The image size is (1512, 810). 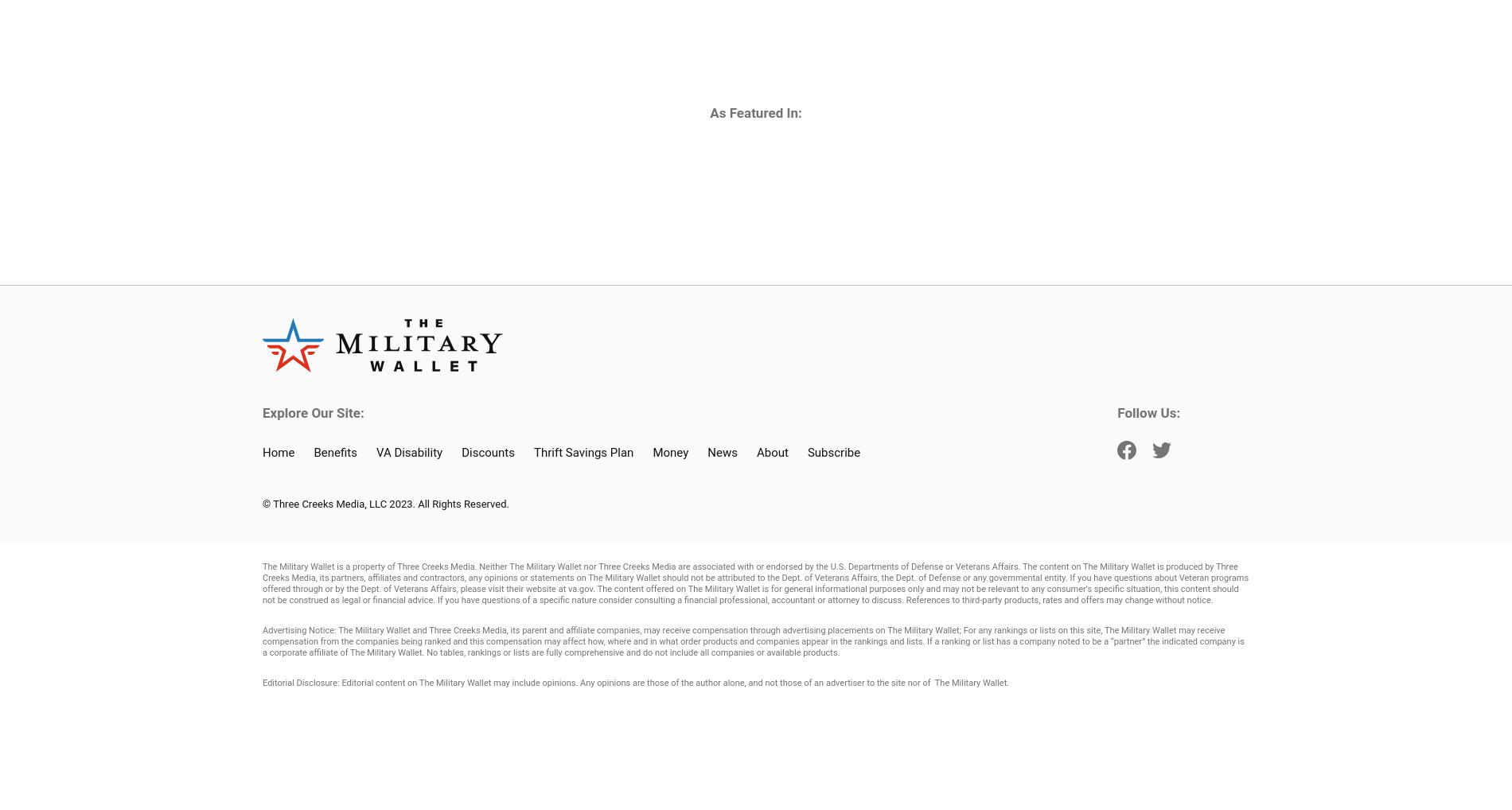 I want to click on 'About', so click(x=771, y=452).